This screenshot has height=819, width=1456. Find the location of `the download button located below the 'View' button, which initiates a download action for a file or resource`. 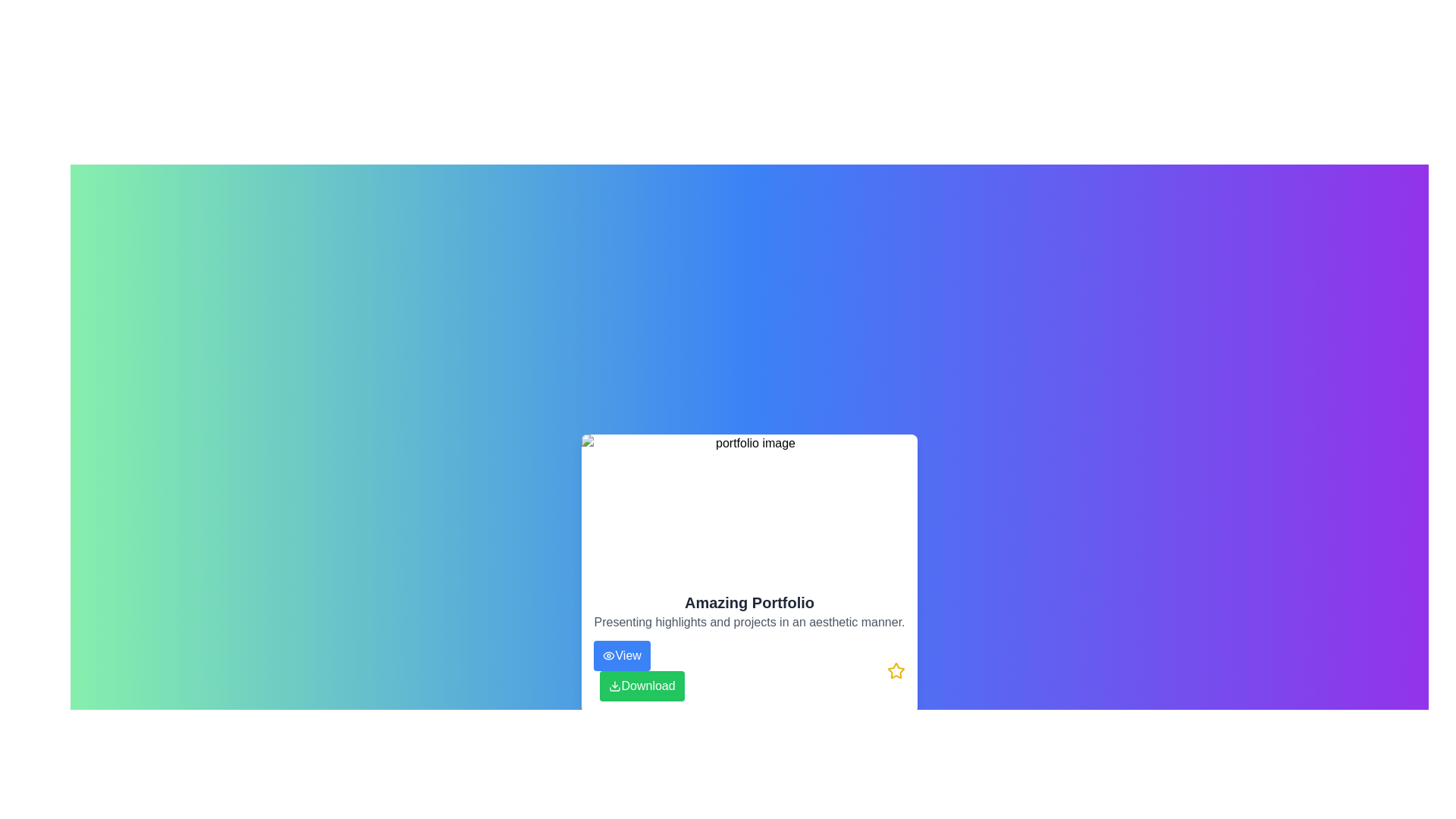

the download button located below the 'View' button, which initiates a download action for a file or resource is located at coordinates (642, 686).